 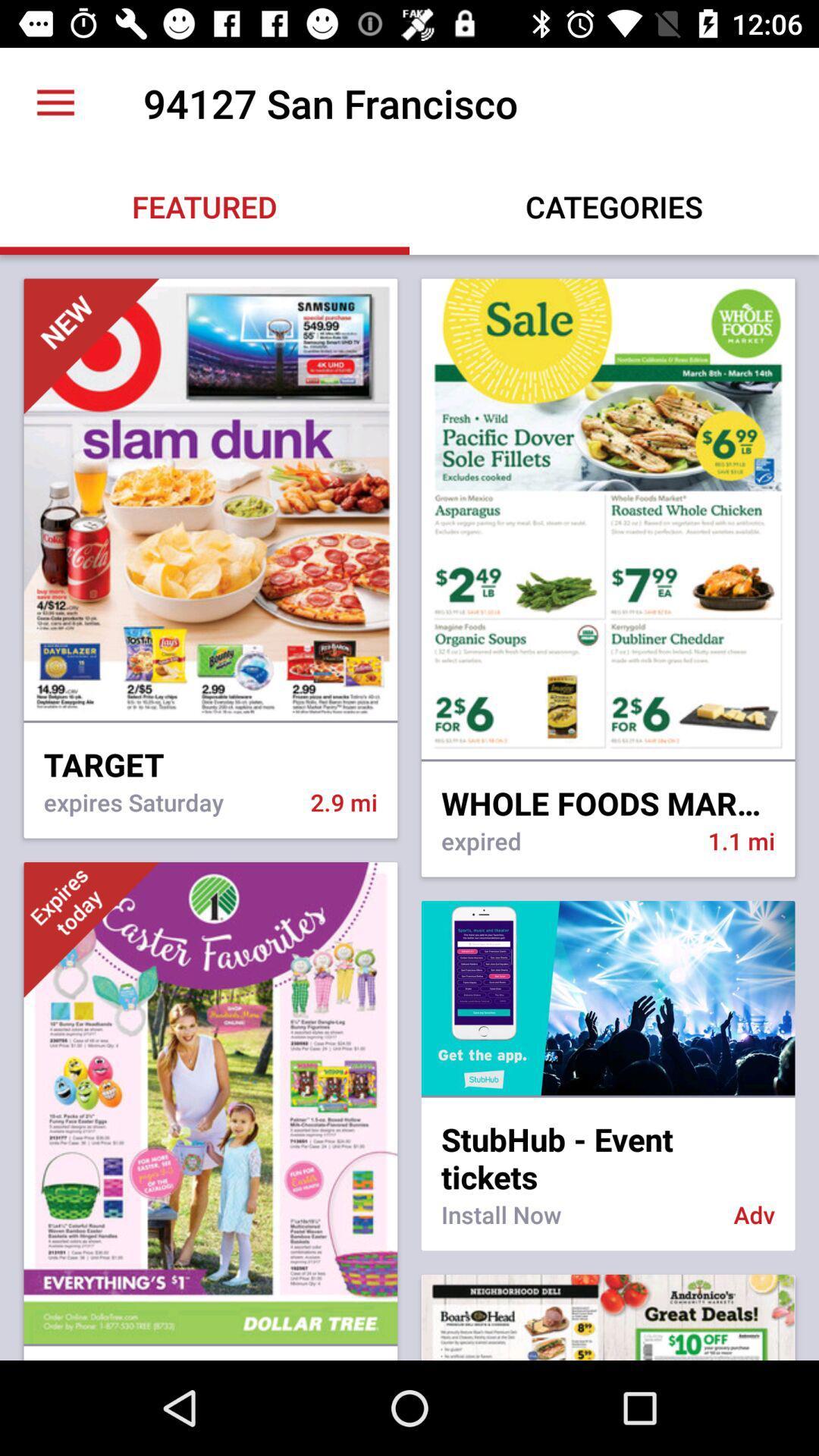 I want to click on the third thumbnail, so click(x=91, y=929).